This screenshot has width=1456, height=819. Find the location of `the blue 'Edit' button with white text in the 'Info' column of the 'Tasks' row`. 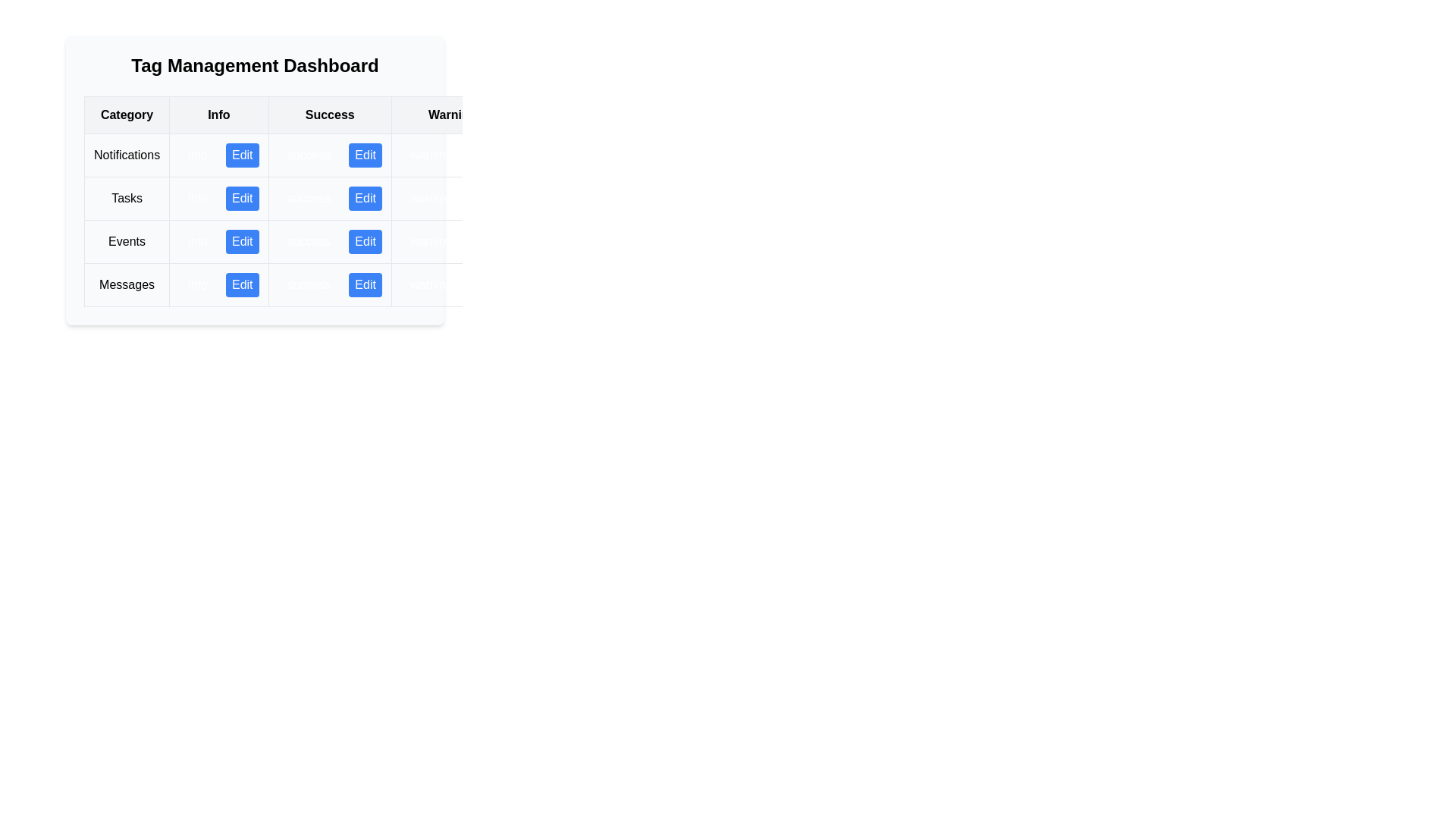

the blue 'Edit' button with white text in the 'Info' column of the 'Tasks' row is located at coordinates (241, 198).